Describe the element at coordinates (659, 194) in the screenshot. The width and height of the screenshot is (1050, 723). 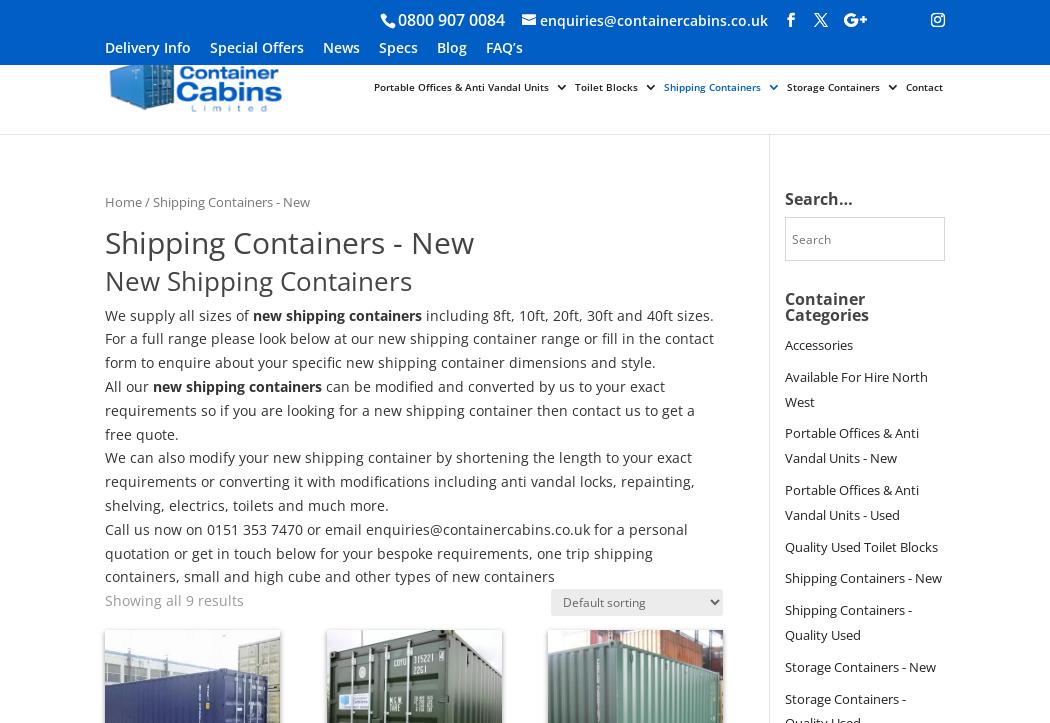
I see `'Used Toilet Blocks'` at that location.